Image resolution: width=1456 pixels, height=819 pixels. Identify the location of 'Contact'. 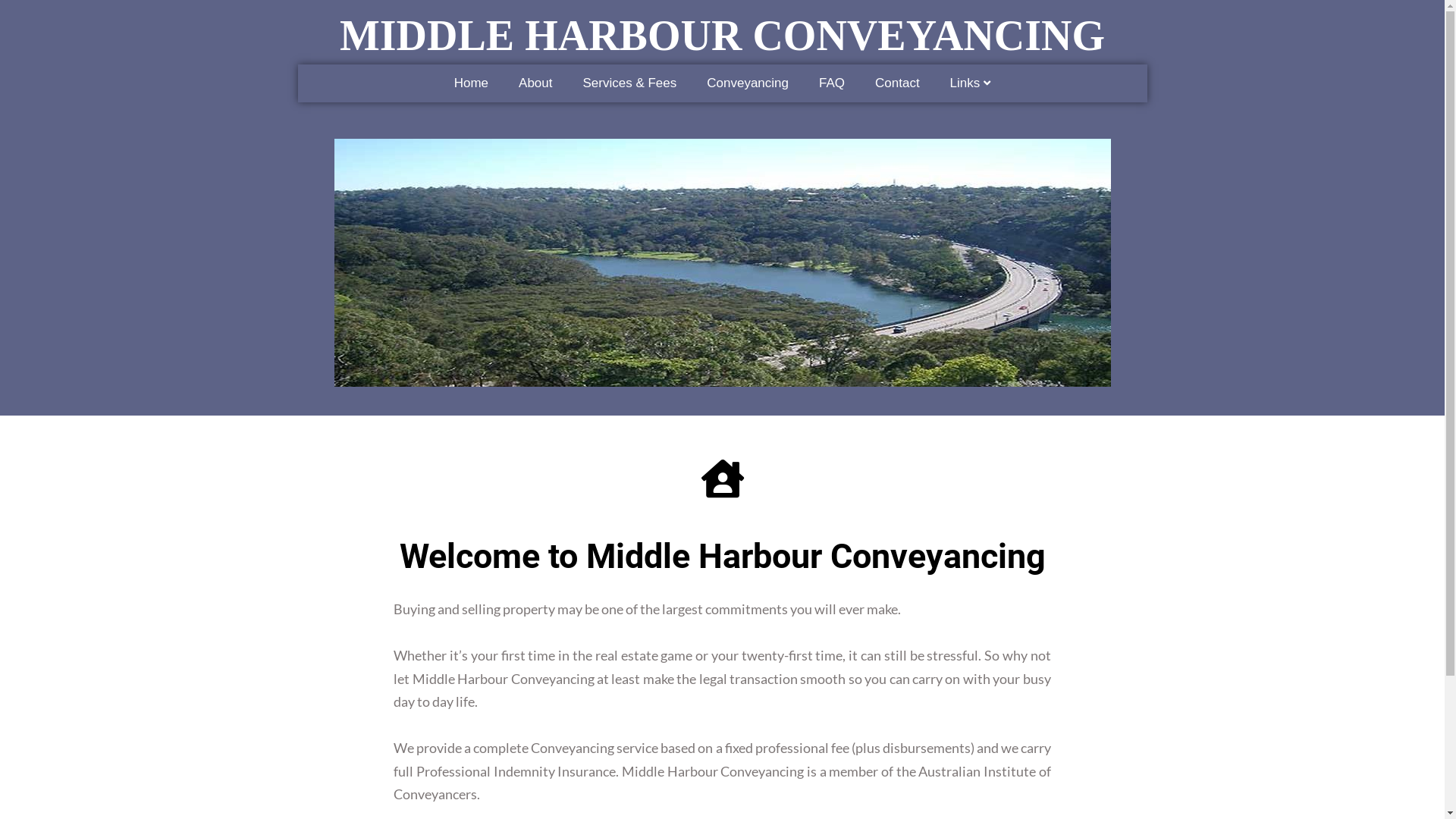
(897, 83).